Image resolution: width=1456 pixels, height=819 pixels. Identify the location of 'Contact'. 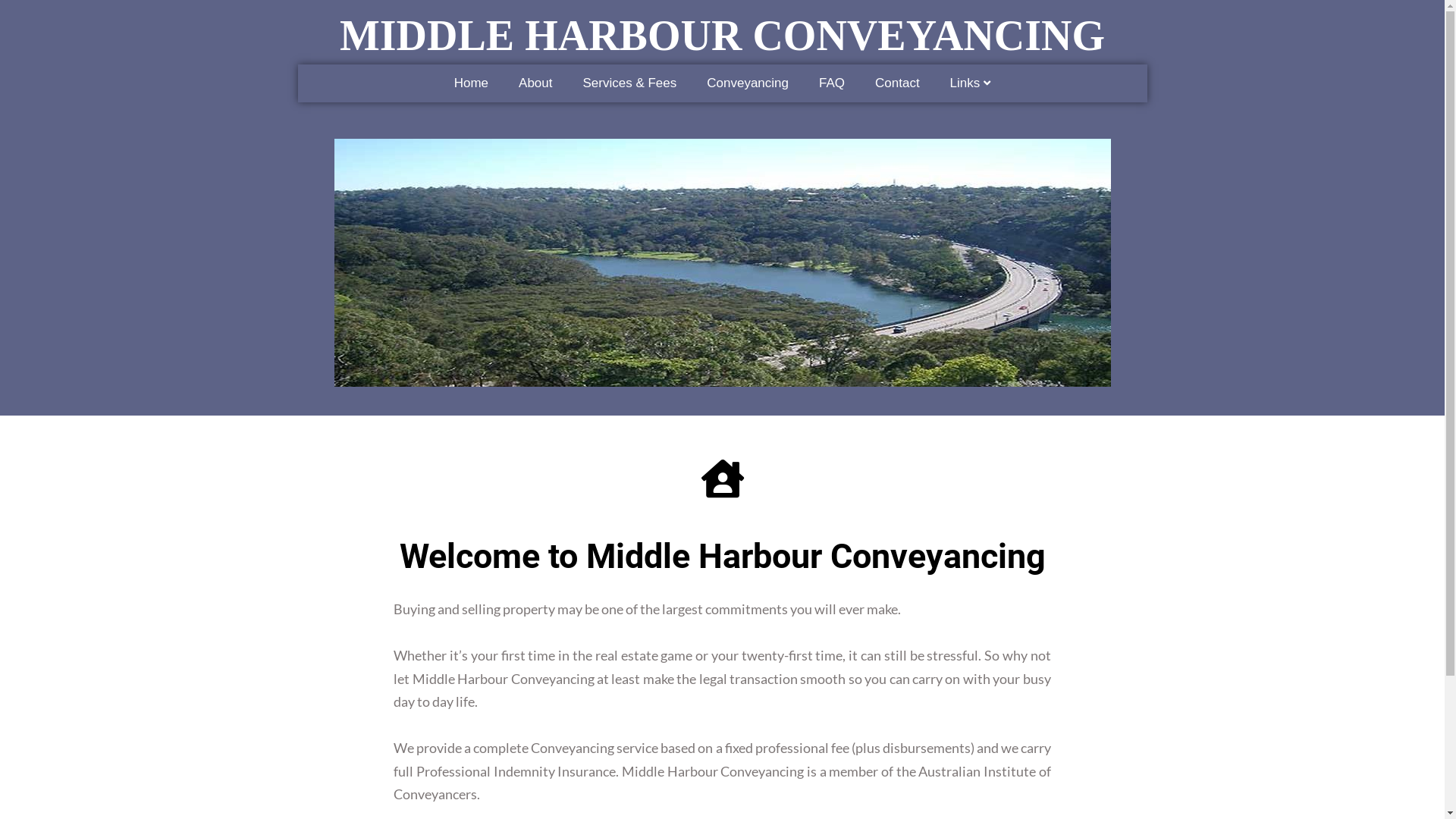
(897, 83).